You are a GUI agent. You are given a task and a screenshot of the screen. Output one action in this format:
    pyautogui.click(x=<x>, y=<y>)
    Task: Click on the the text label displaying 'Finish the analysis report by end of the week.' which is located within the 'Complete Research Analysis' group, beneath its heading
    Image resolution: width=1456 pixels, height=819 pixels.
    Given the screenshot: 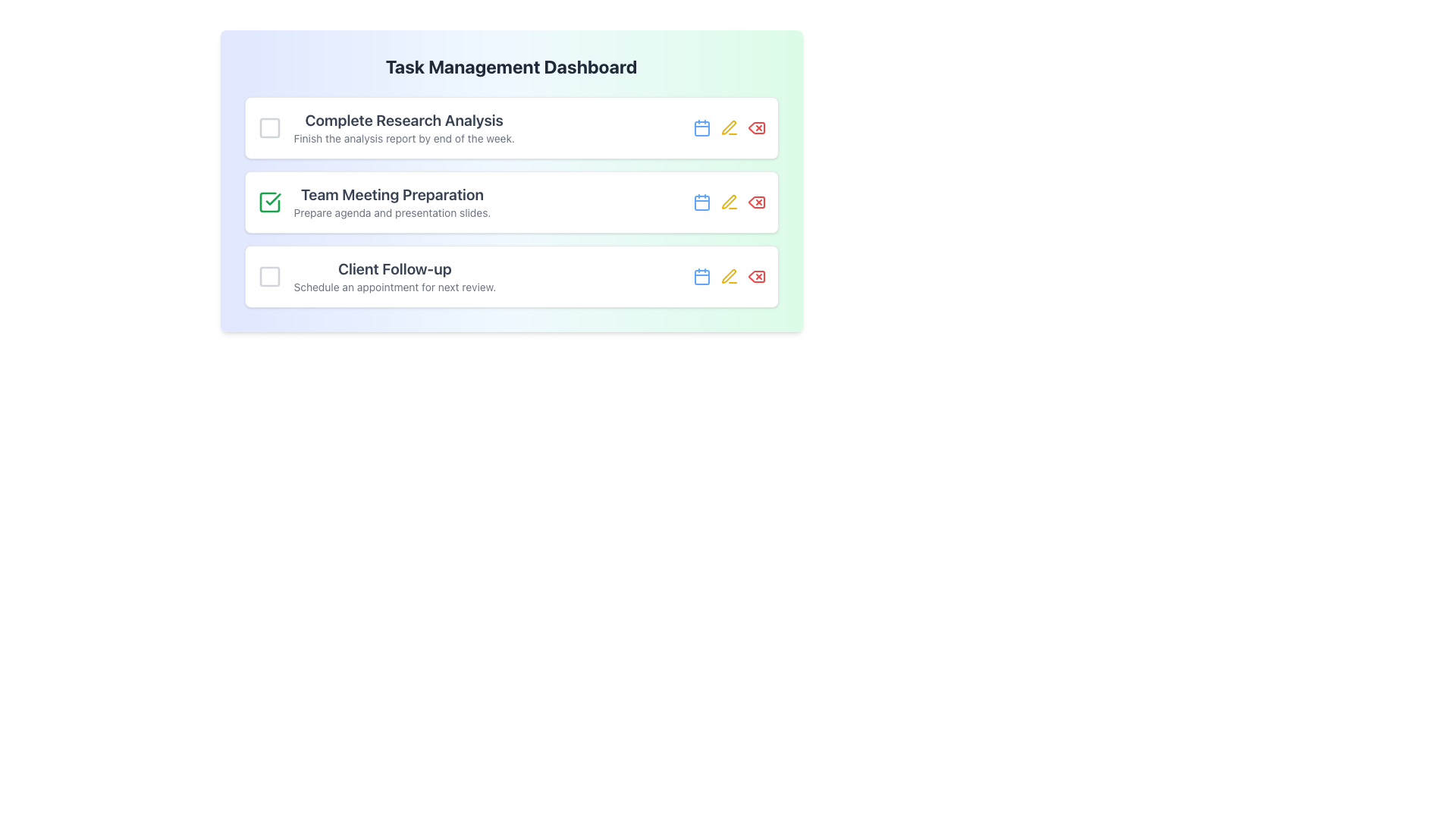 What is the action you would take?
    pyautogui.click(x=404, y=138)
    